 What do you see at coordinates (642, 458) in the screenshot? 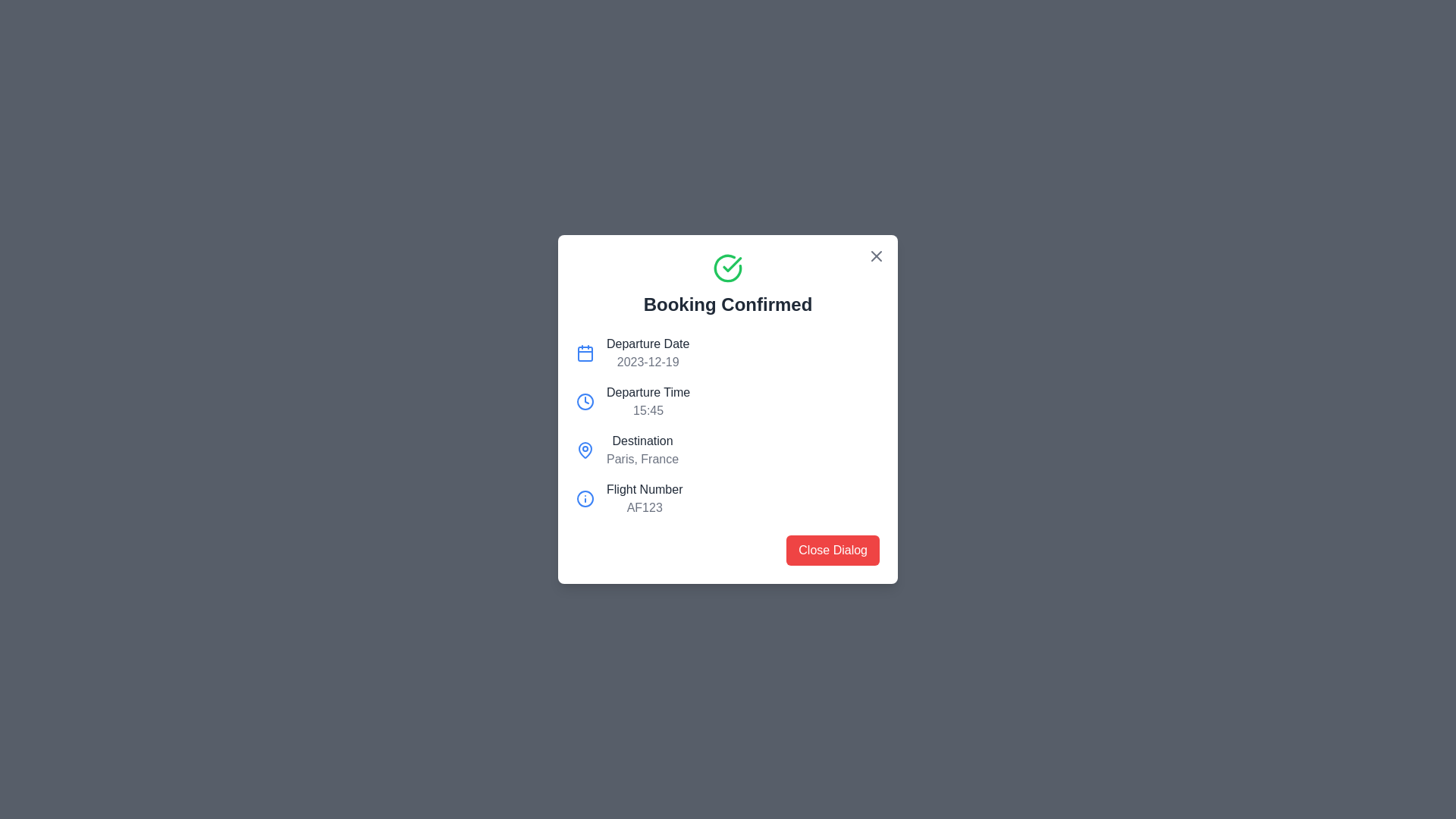
I see `the static text label displaying 'Paris, France' below the 'Destination' label for additional context` at bounding box center [642, 458].